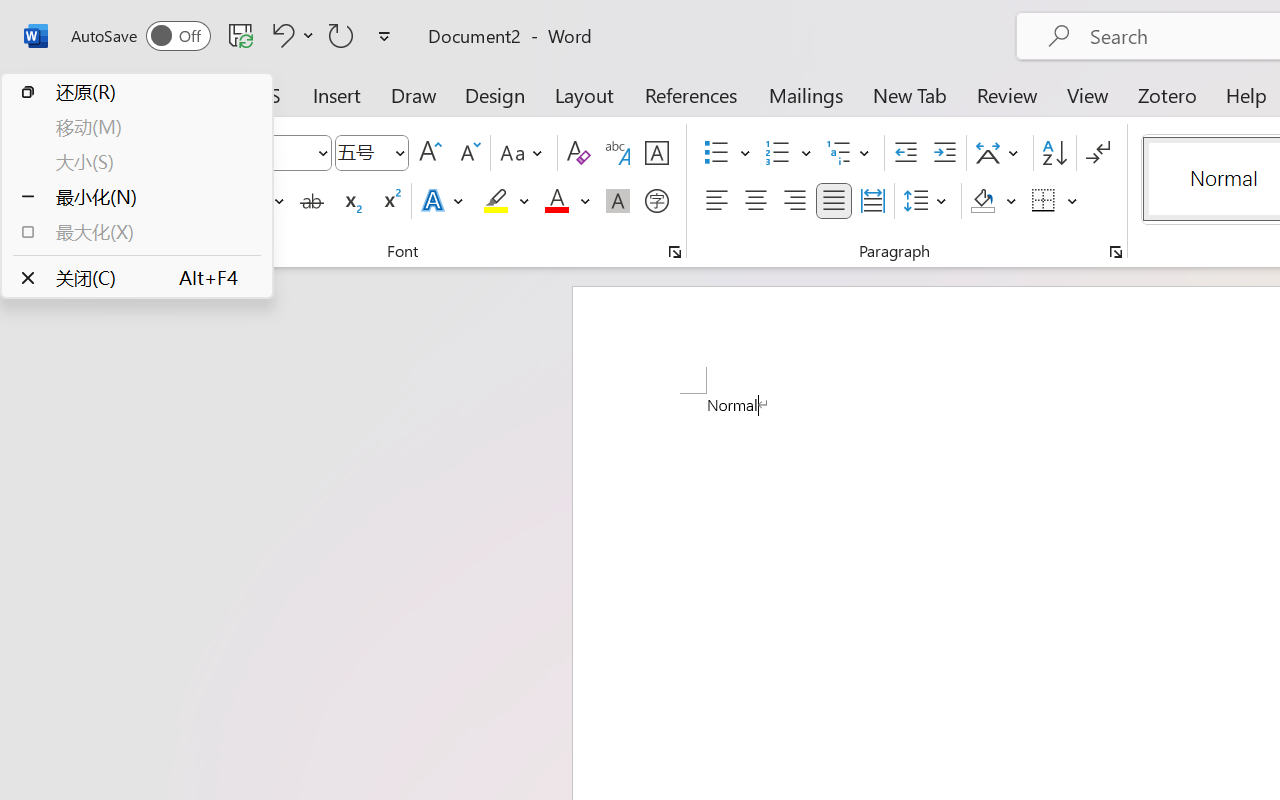  I want to click on 'New Tab', so click(909, 94).